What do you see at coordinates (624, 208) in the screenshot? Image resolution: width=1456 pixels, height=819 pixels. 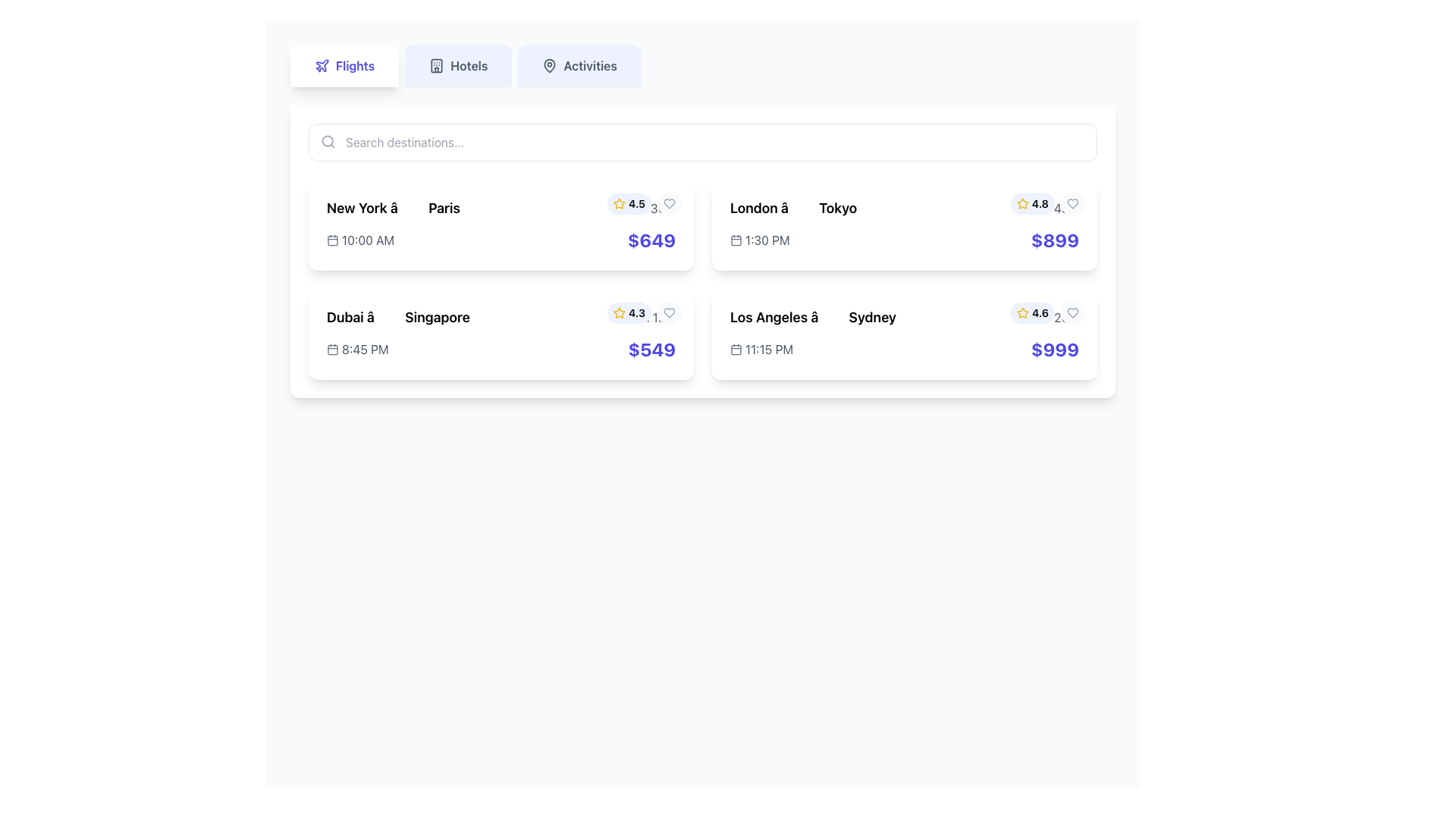 I see `the SVG circle located within the clock icon at the top left of the flight listing card from New York to Paris` at bounding box center [624, 208].